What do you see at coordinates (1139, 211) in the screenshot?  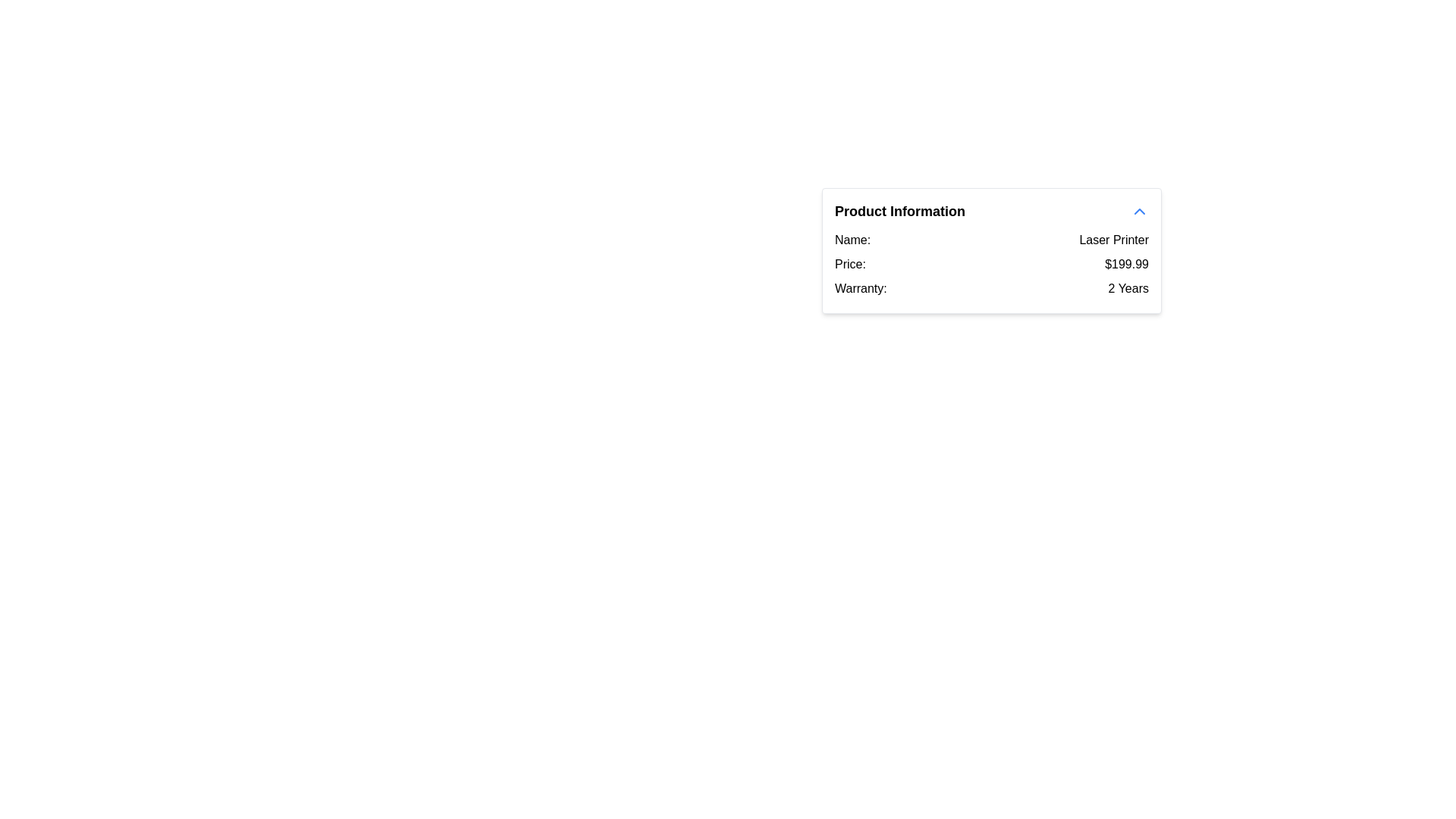 I see `the icon located in the top-right corner of the product information section` at bounding box center [1139, 211].